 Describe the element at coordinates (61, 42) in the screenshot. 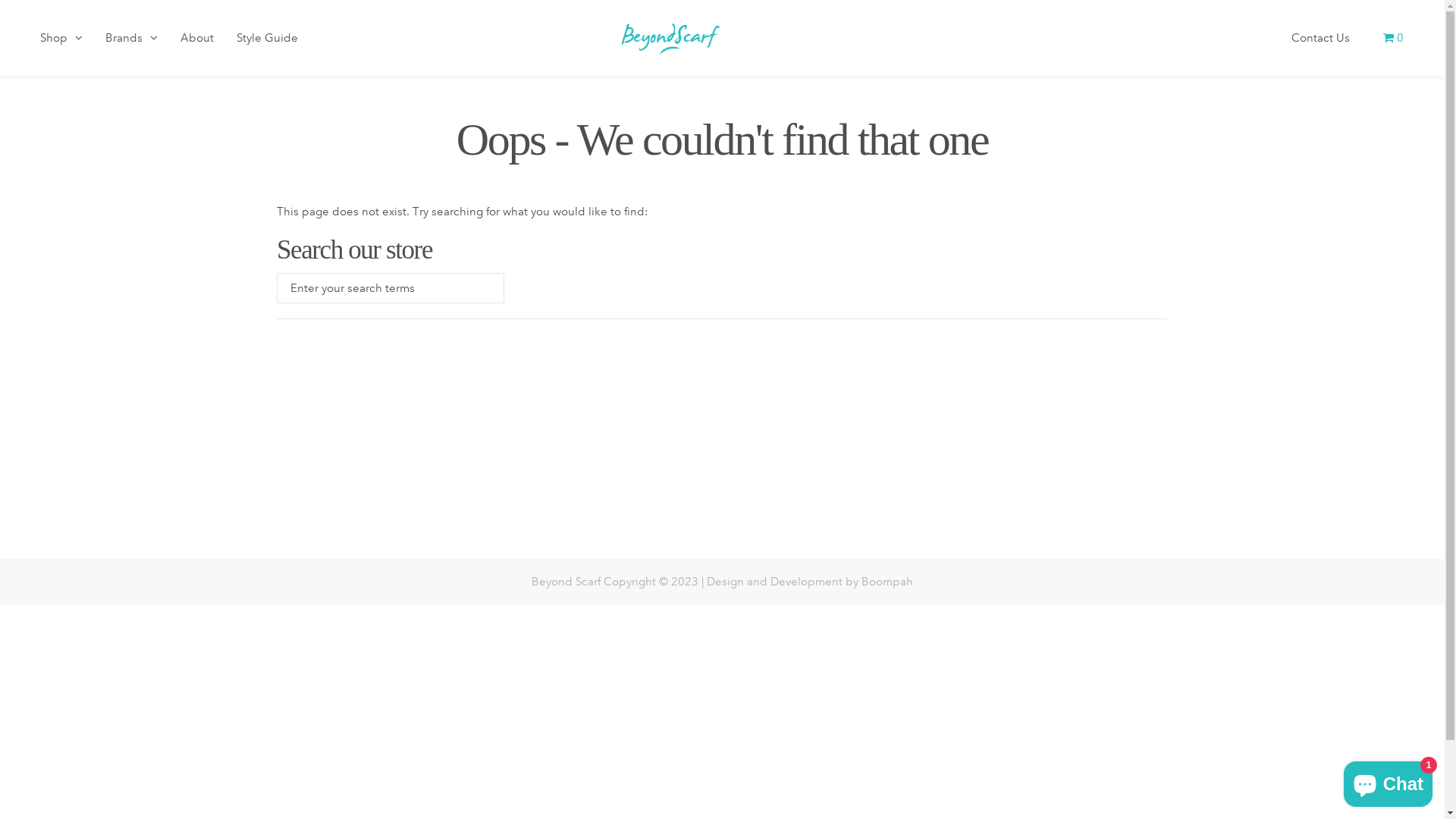

I see `'Shop'` at that location.